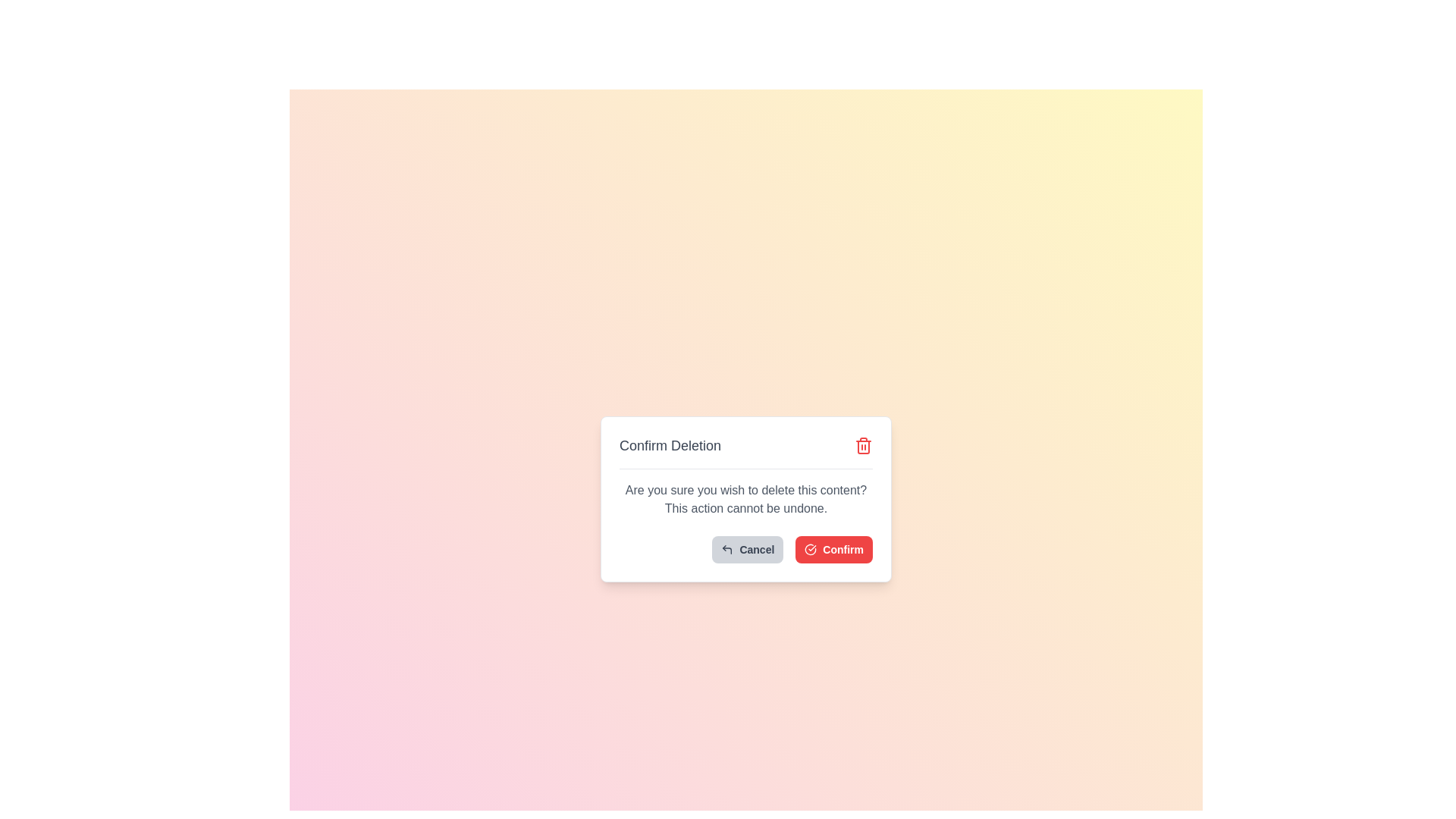 The height and width of the screenshot is (819, 1456). Describe the element at coordinates (833, 549) in the screenshot. I see `the confirm button located at the bottom right of the pop-up dialogue box, which is the second button to the right of the gray 'Cancel' button, to confirm the action` at that location.